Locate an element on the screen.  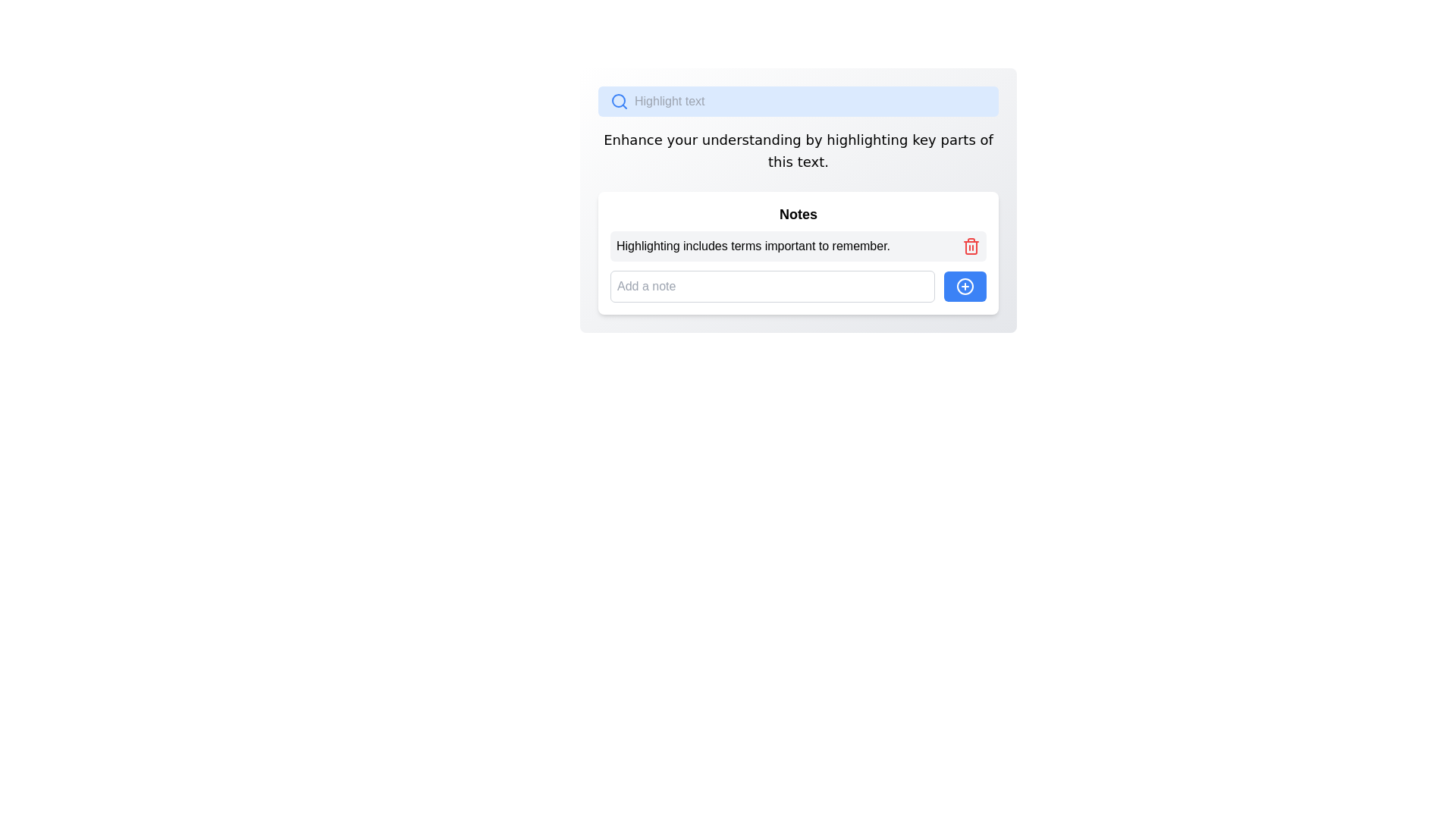
the centered multi-line Text Label, which is located below the blue search bar and above the Notes section is located at coordinates (797, 151).